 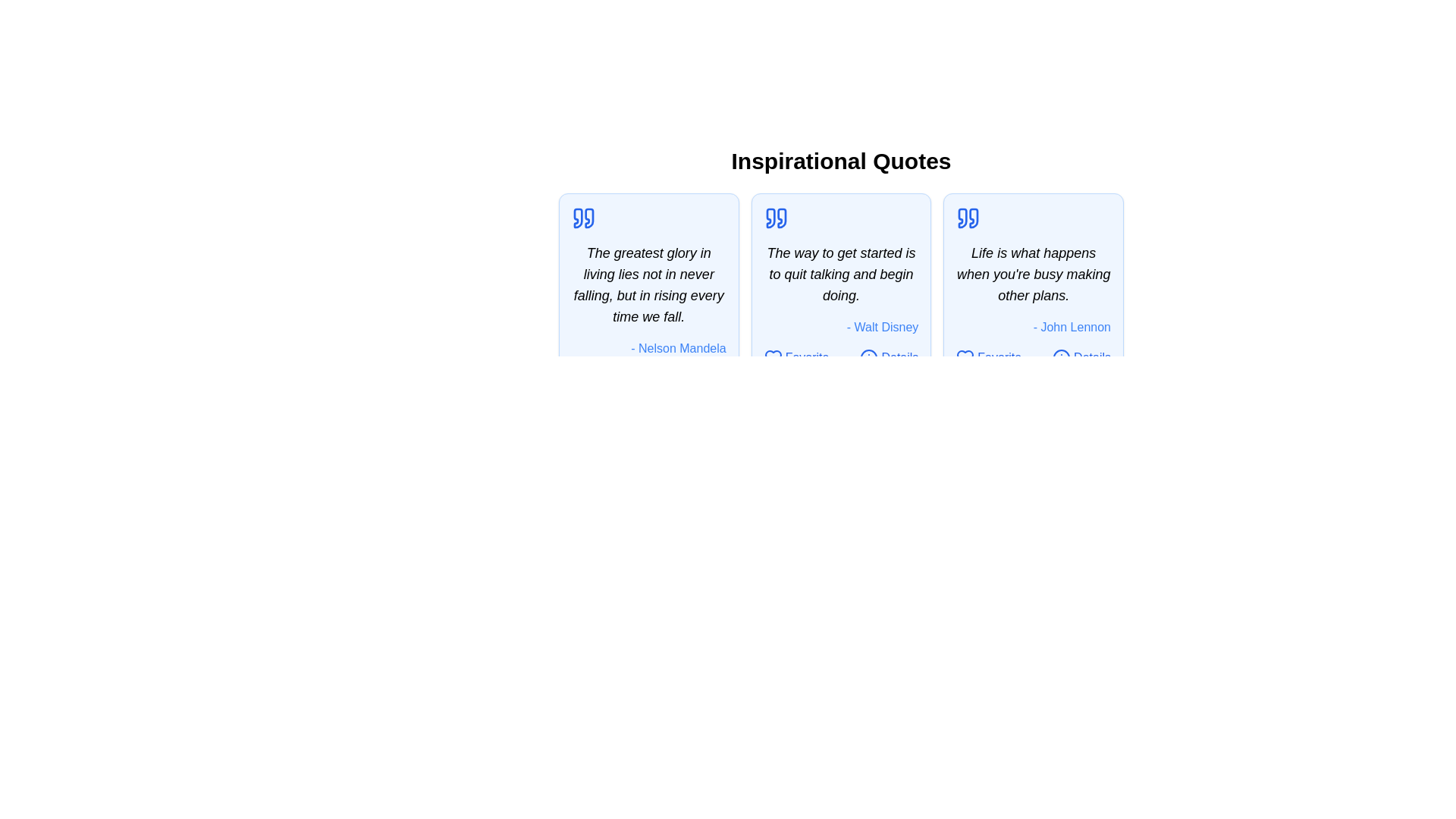 I want to click on the SVG Circle element that is part of the 'Details' button in the third column of the card layout displaying inspirational quotes, so click(x=1061, y=357).